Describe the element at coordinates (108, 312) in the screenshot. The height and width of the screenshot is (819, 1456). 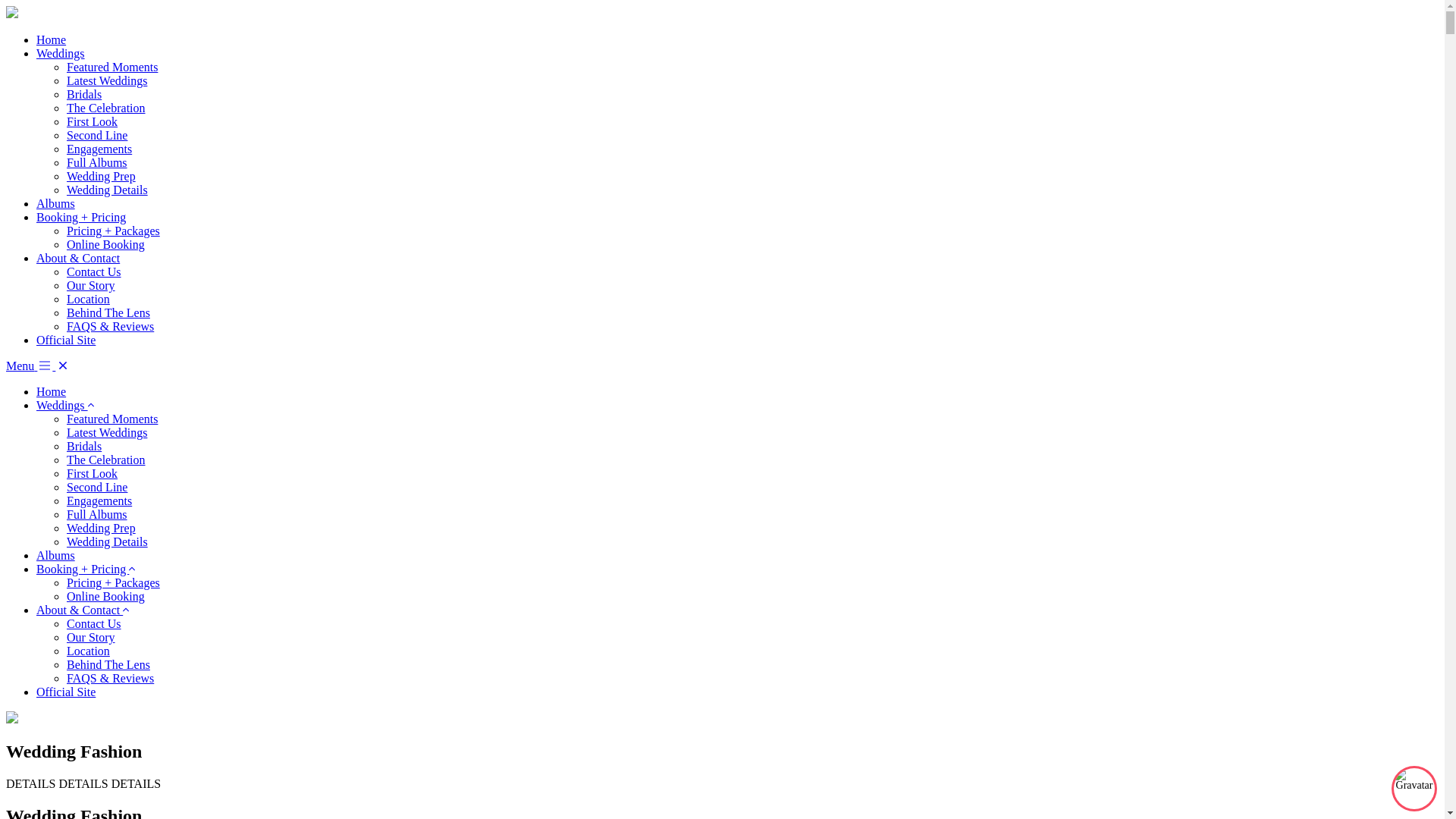
I see `'Behind The Lens'` at that location.